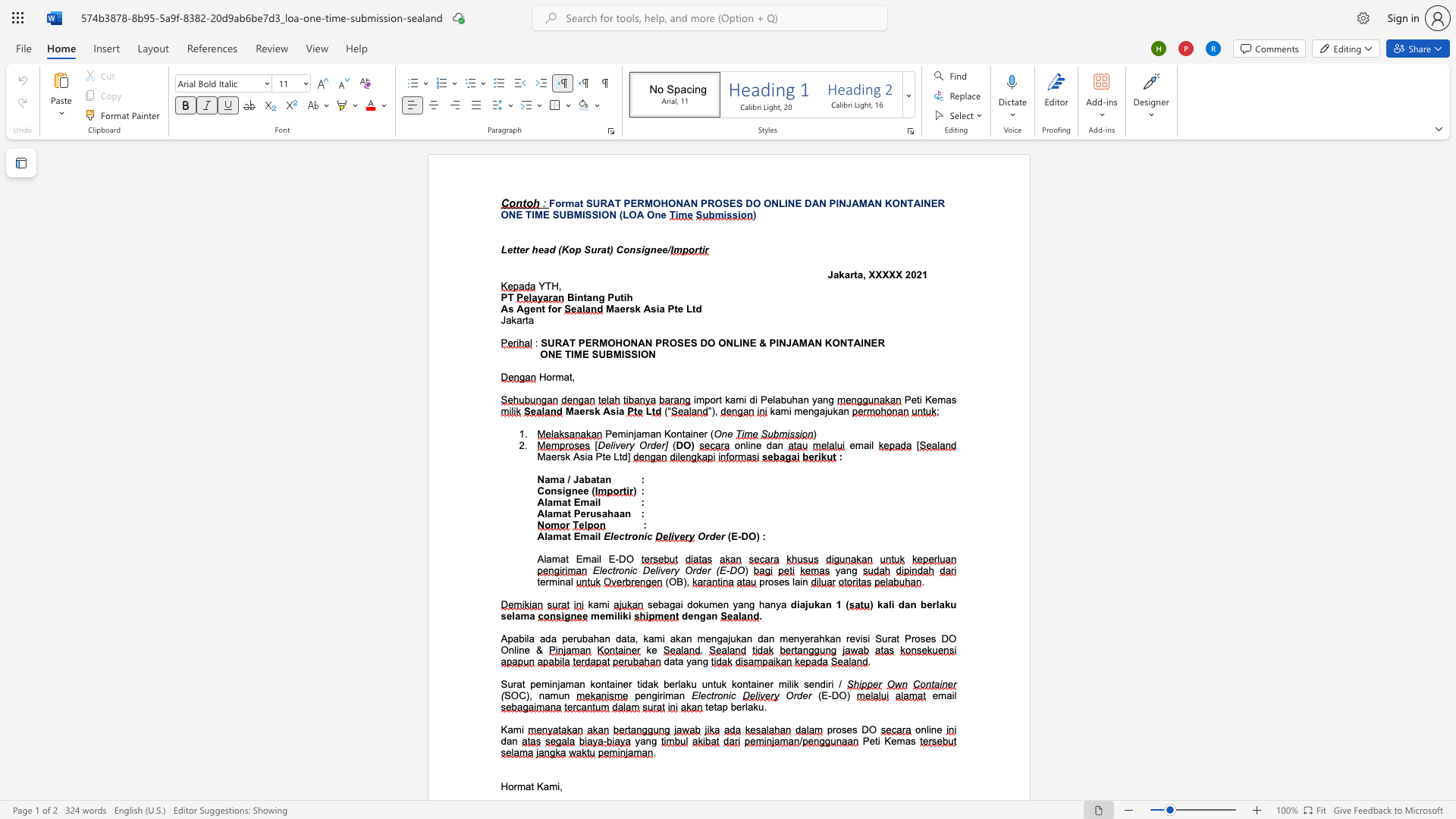  What do you see at coordinates (534, 215) in the screenshot?
I see `the subset text "ME SUBM" within the text "ONE TIME SUBMISSION"` at bounding box center [534, 215].